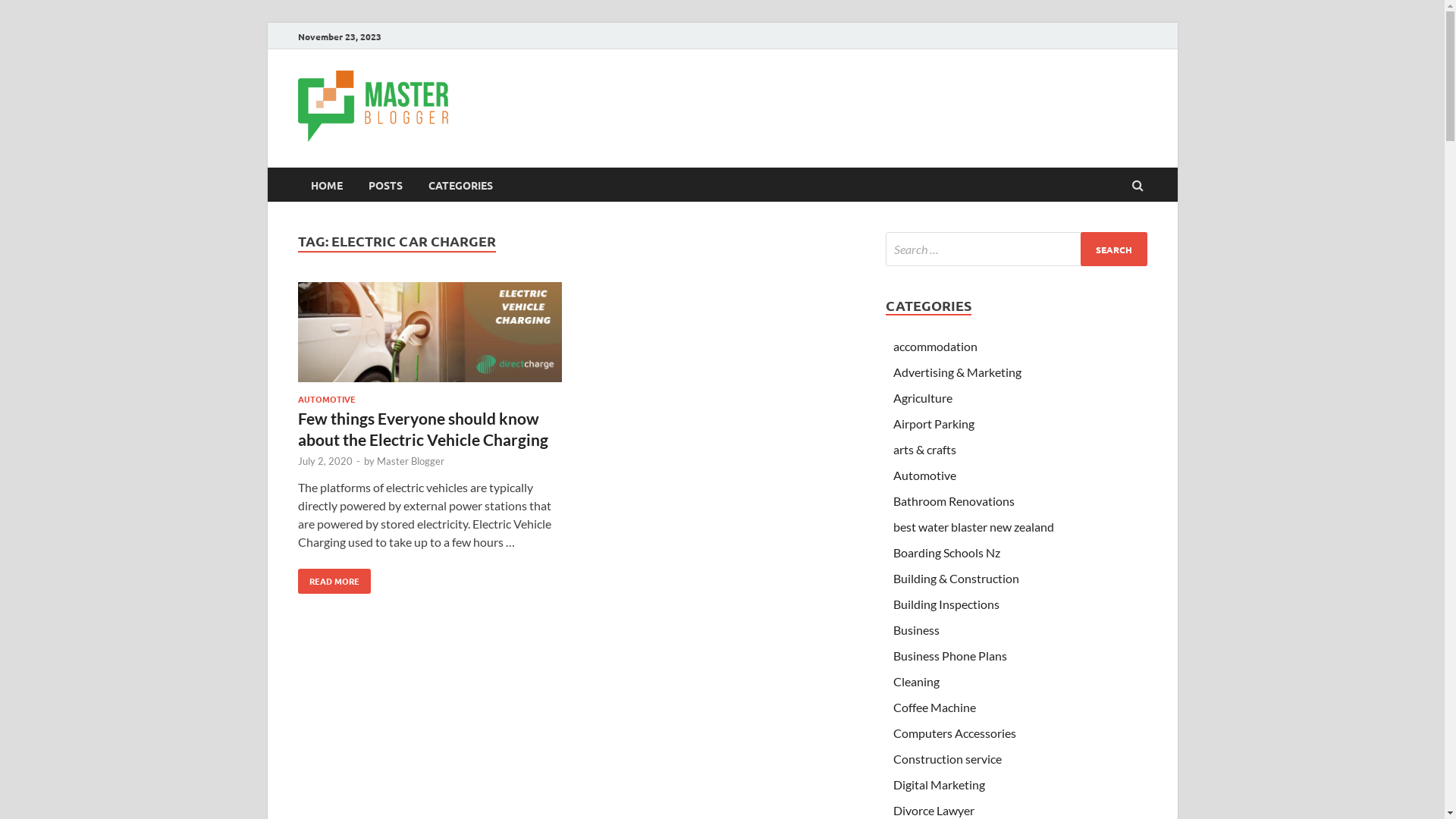 The height and width of the screenshot is (819, 1456). What do you see at coordinates (946, 758) in the screenshot?
I see `'Construction service'` at bounding box center [946, 758].